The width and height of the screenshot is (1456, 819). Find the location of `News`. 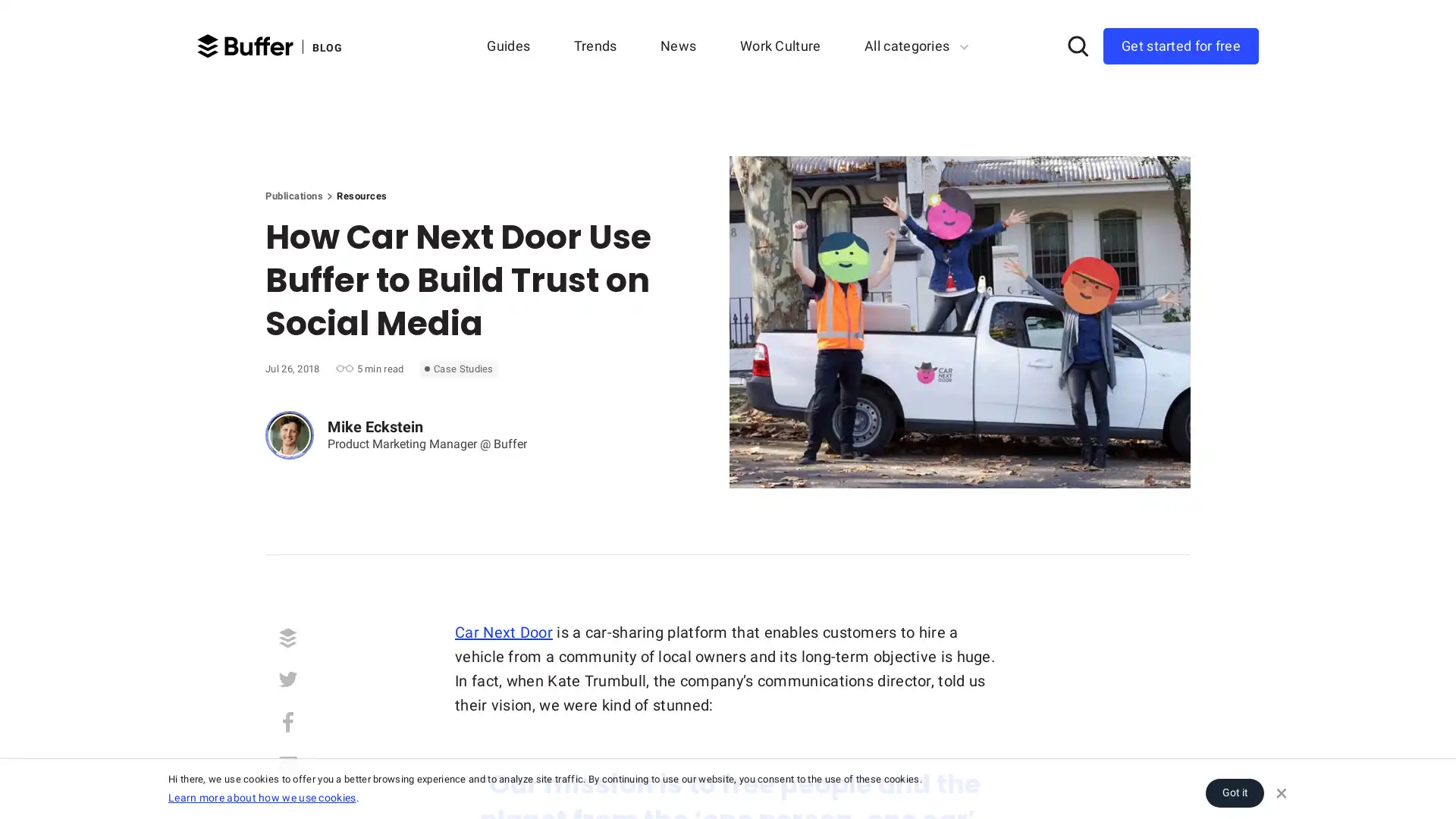

News is located at coordinates (677, 45).